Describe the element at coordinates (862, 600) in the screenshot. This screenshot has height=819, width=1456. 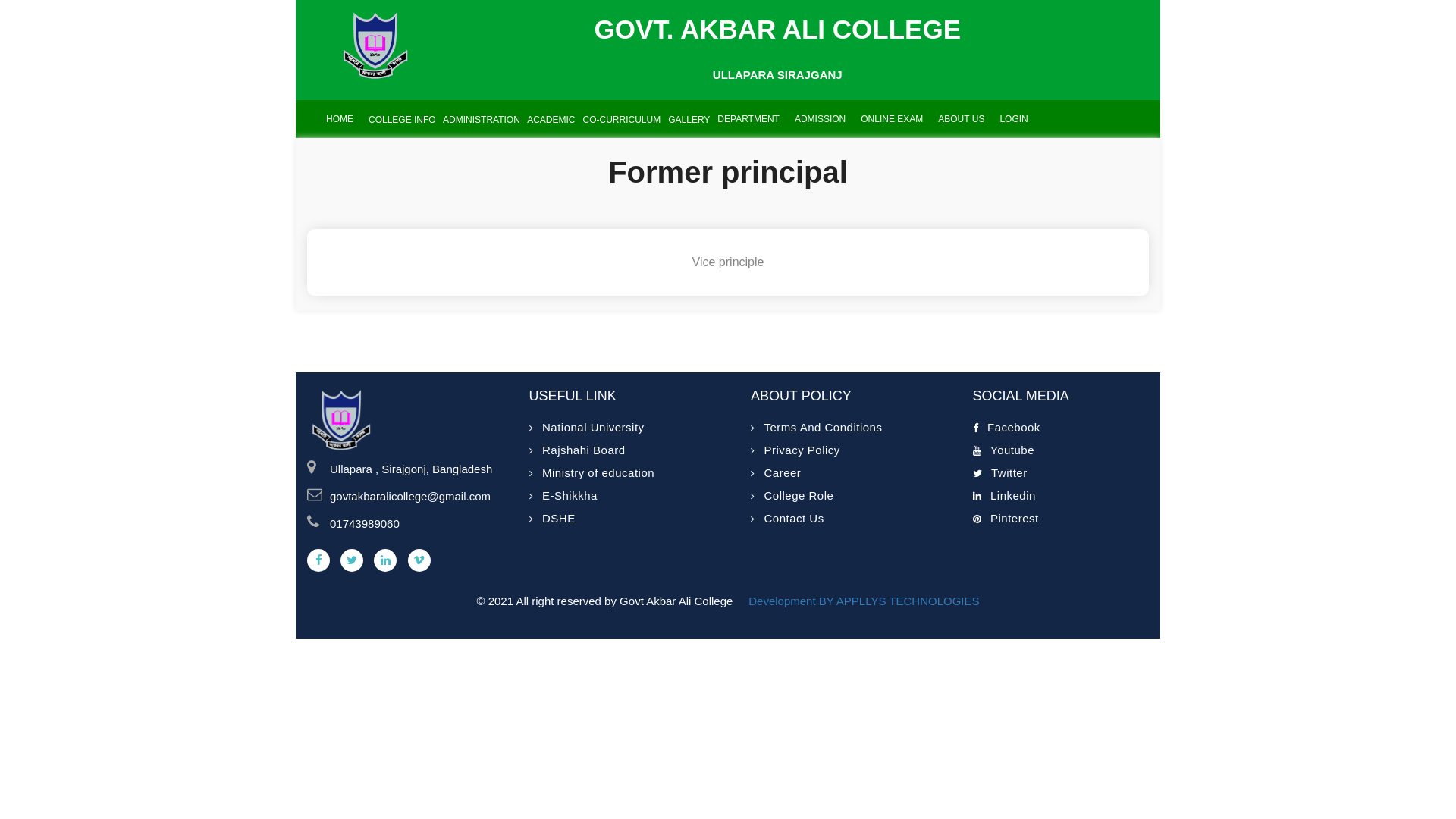
I see `'Development BY APPLLYS TECHNOLOGIES'` at that location.